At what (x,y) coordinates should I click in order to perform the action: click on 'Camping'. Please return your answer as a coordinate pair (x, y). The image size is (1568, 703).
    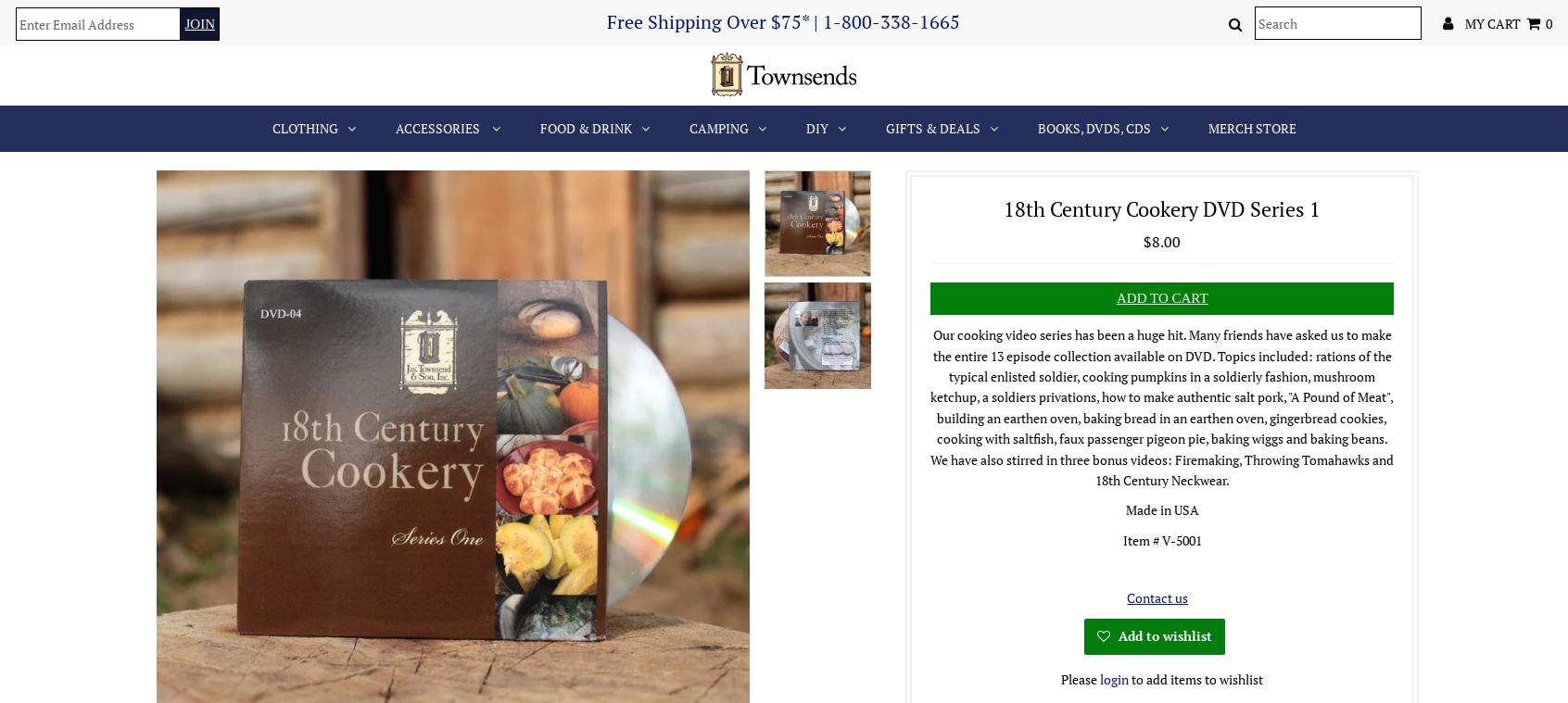
    Looking at the image, I should click on (687, 127).